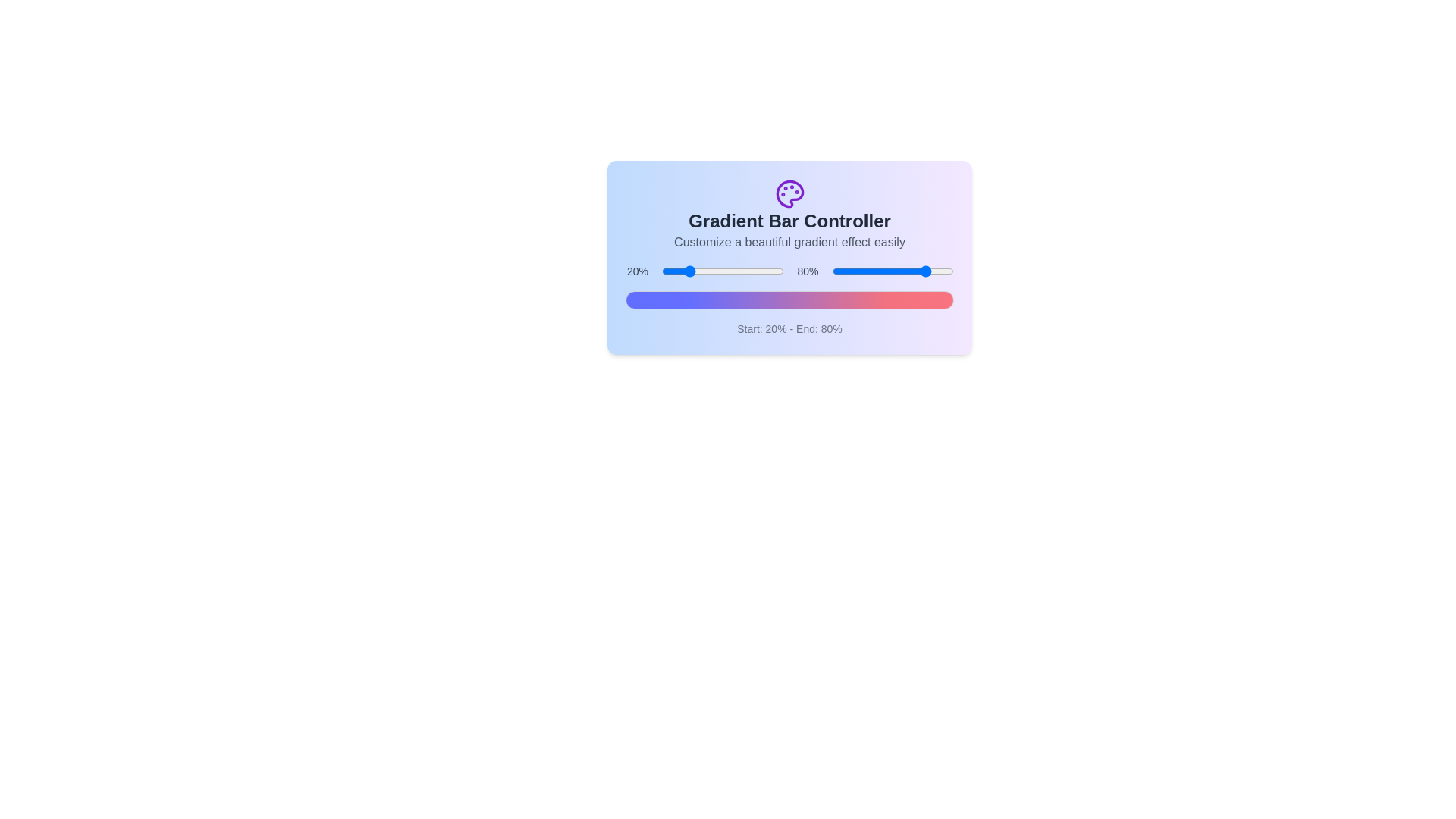 This screenshot has height=819, width=1456. What do you see at coordinates (789, 221) in the screenshot?
I see `the text 'Gradient Bar Controller' to select it` at bounding box center [789, 221].